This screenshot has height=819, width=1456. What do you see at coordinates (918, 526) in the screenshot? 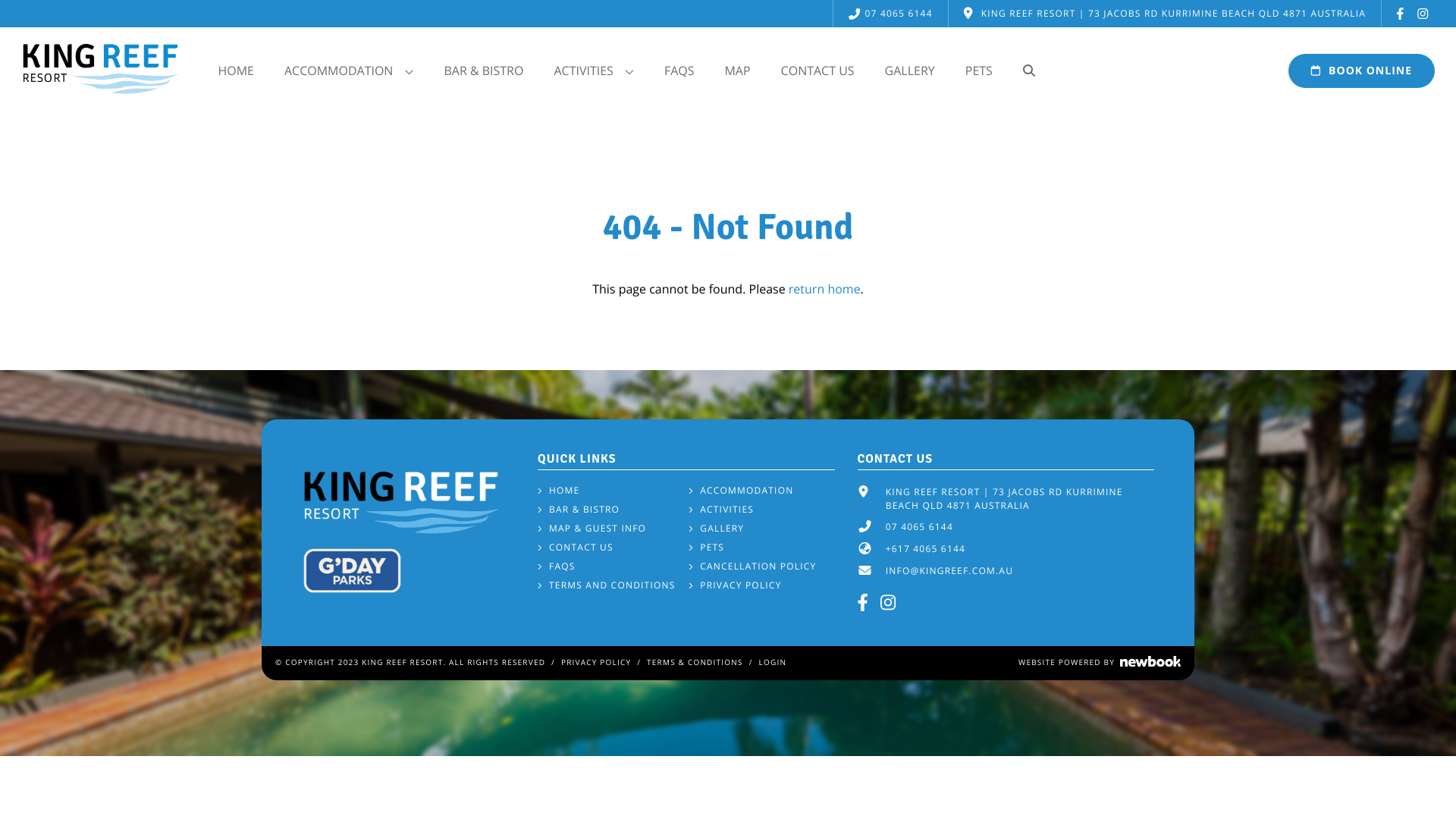
I see `'07 4065 6144'` at bounding box center [918, 526].